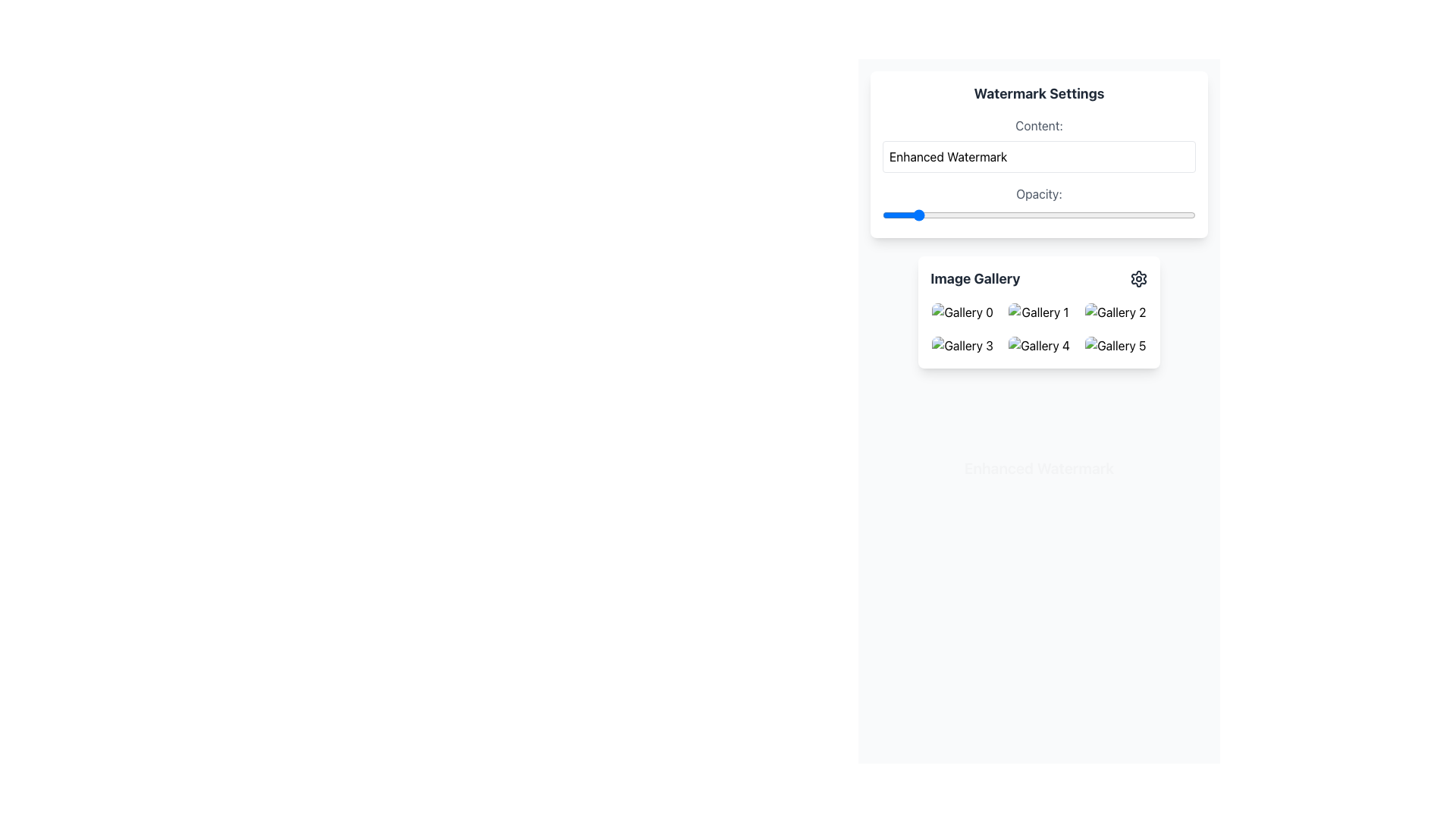 The image size is (1456, 819). I want to click on the image representing 'Gallery 3', so click(962, 345).